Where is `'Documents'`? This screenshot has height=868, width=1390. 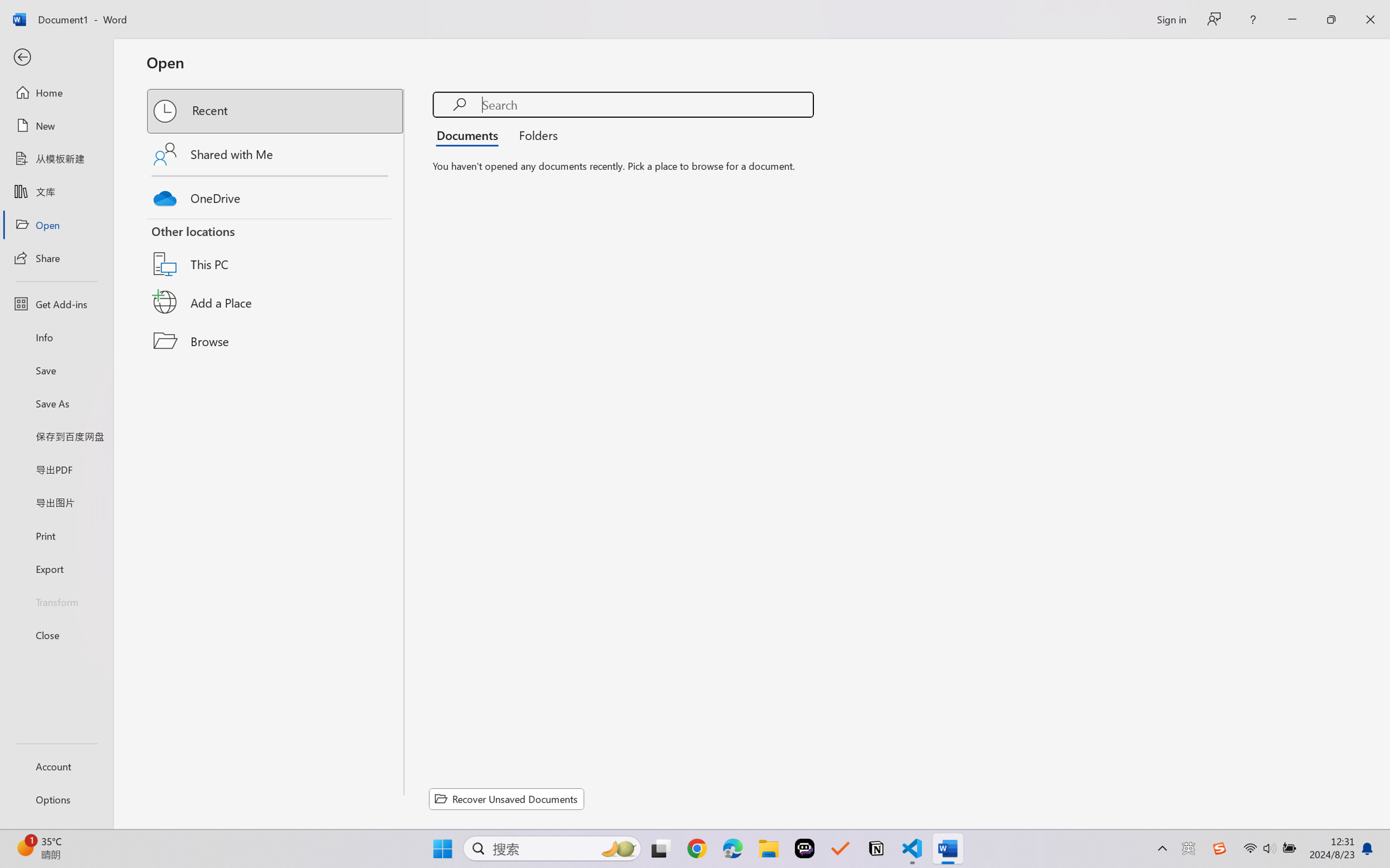 'Documents' is located at coordinates (470, 134).